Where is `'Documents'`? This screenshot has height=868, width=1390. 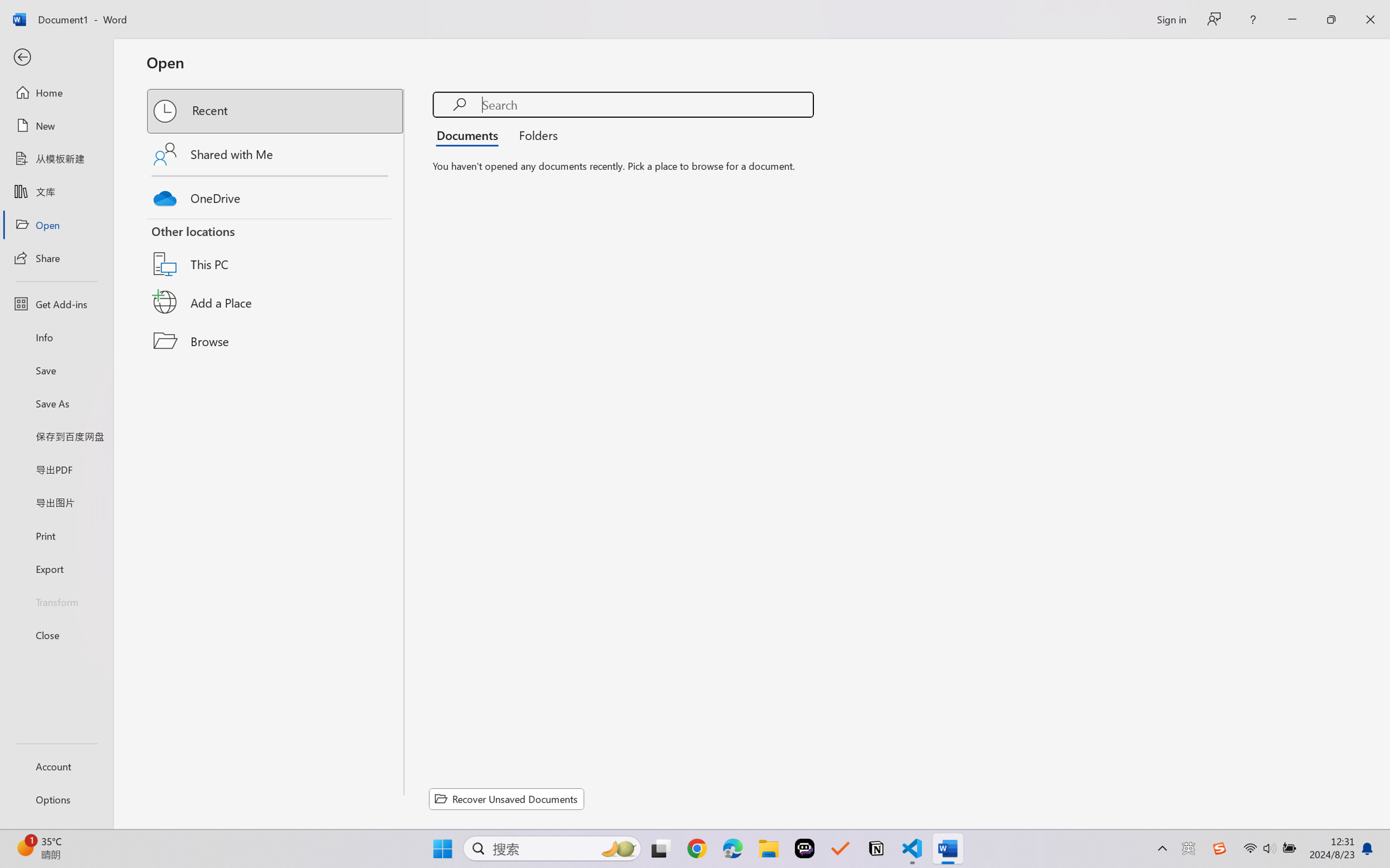 'Documents' is located at coordinates (470, 134).